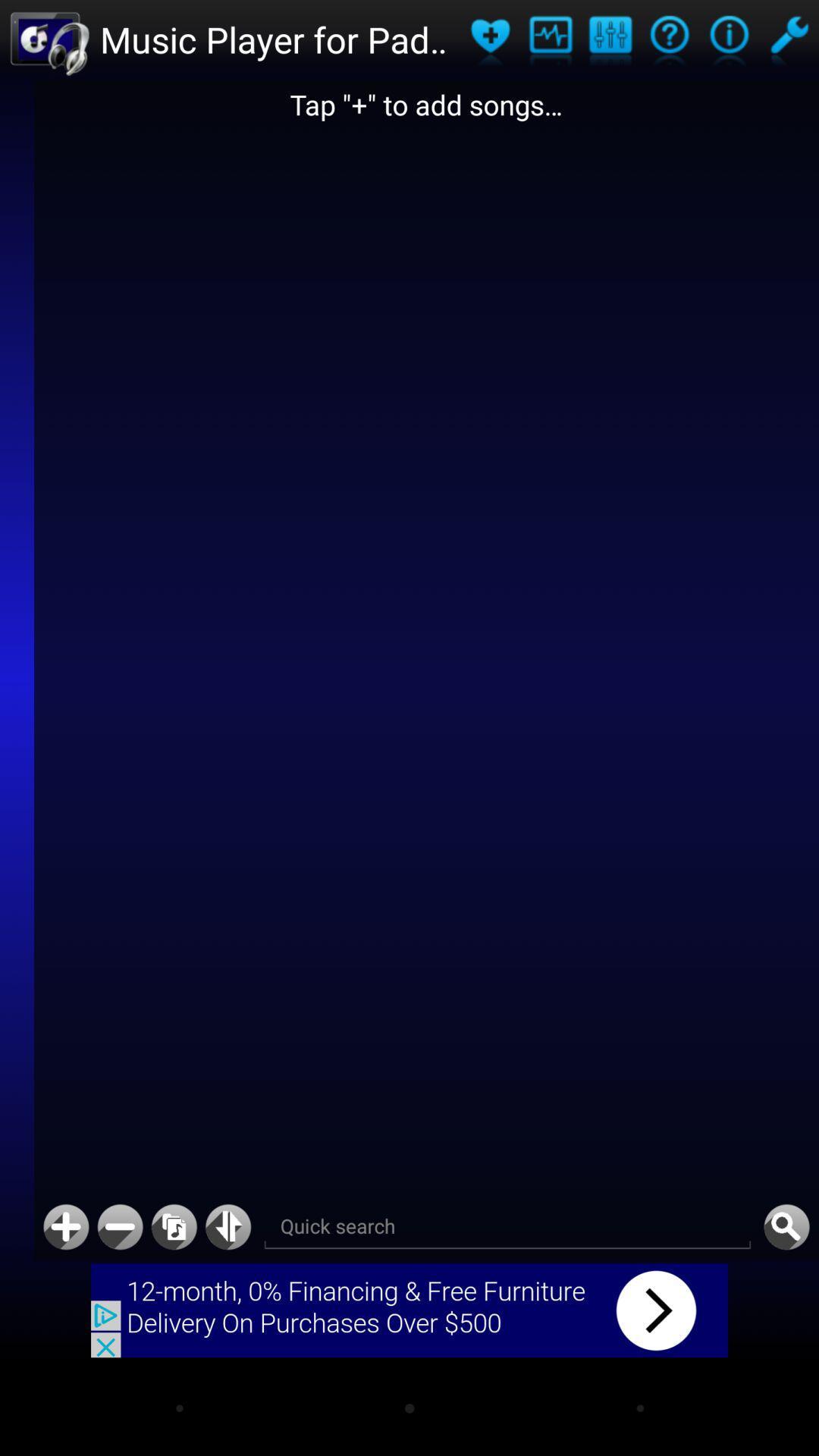 This screenshot has height=1456, width=819. I want to click on the sliders icon, so click(609, 42).